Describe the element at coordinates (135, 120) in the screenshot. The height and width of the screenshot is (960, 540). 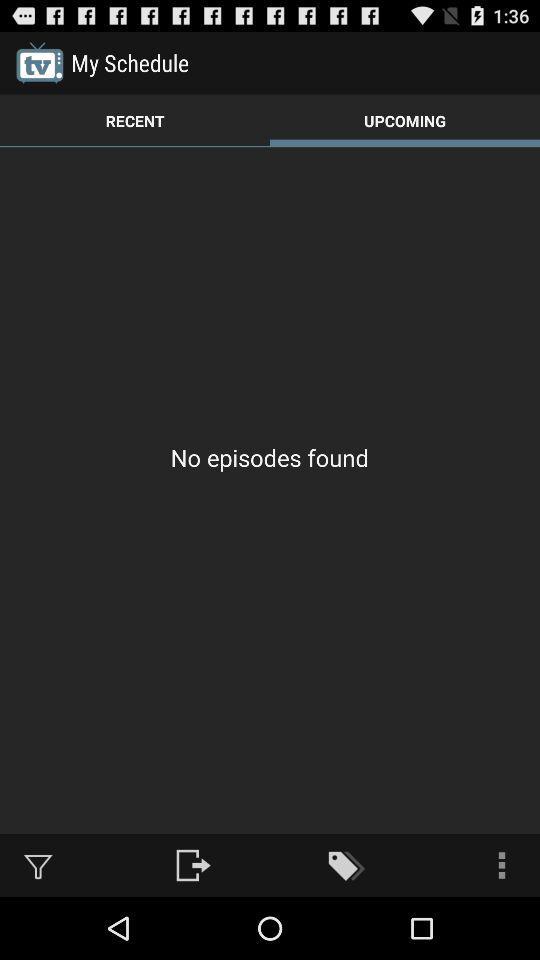
I see `recent icon` at that location.